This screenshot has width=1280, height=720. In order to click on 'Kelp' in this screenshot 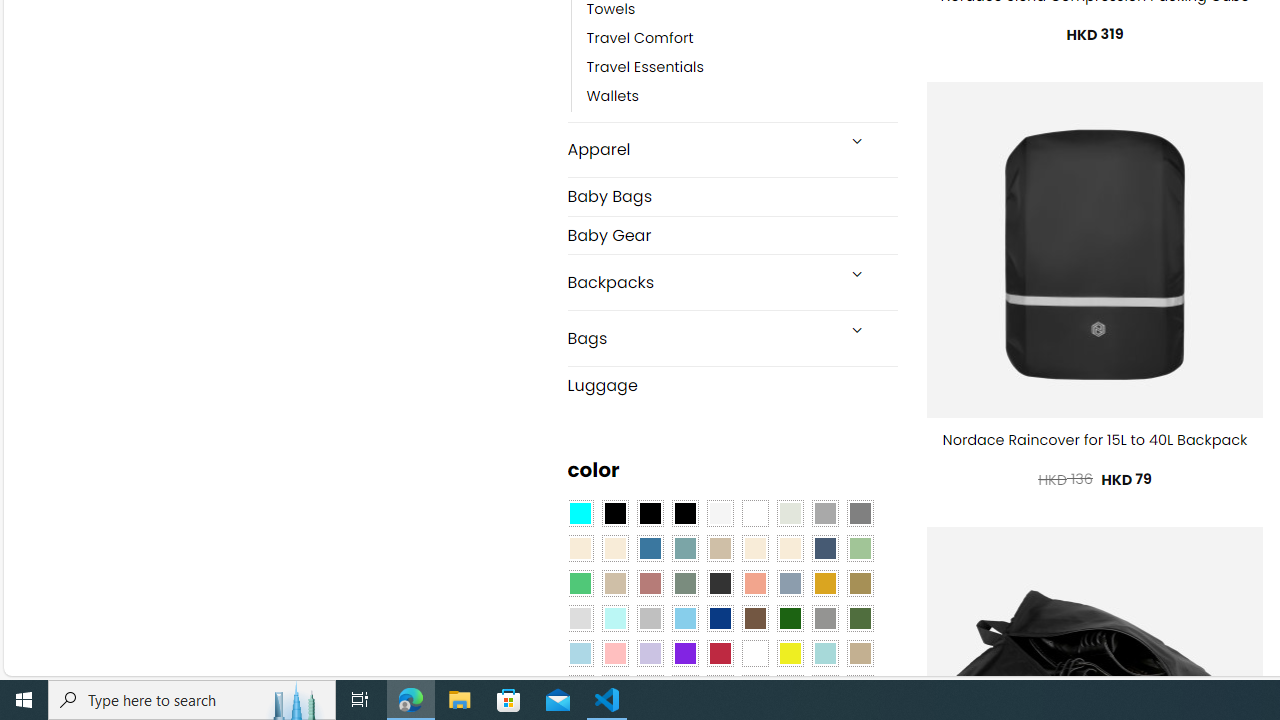, I will do `click(860, 583)`.